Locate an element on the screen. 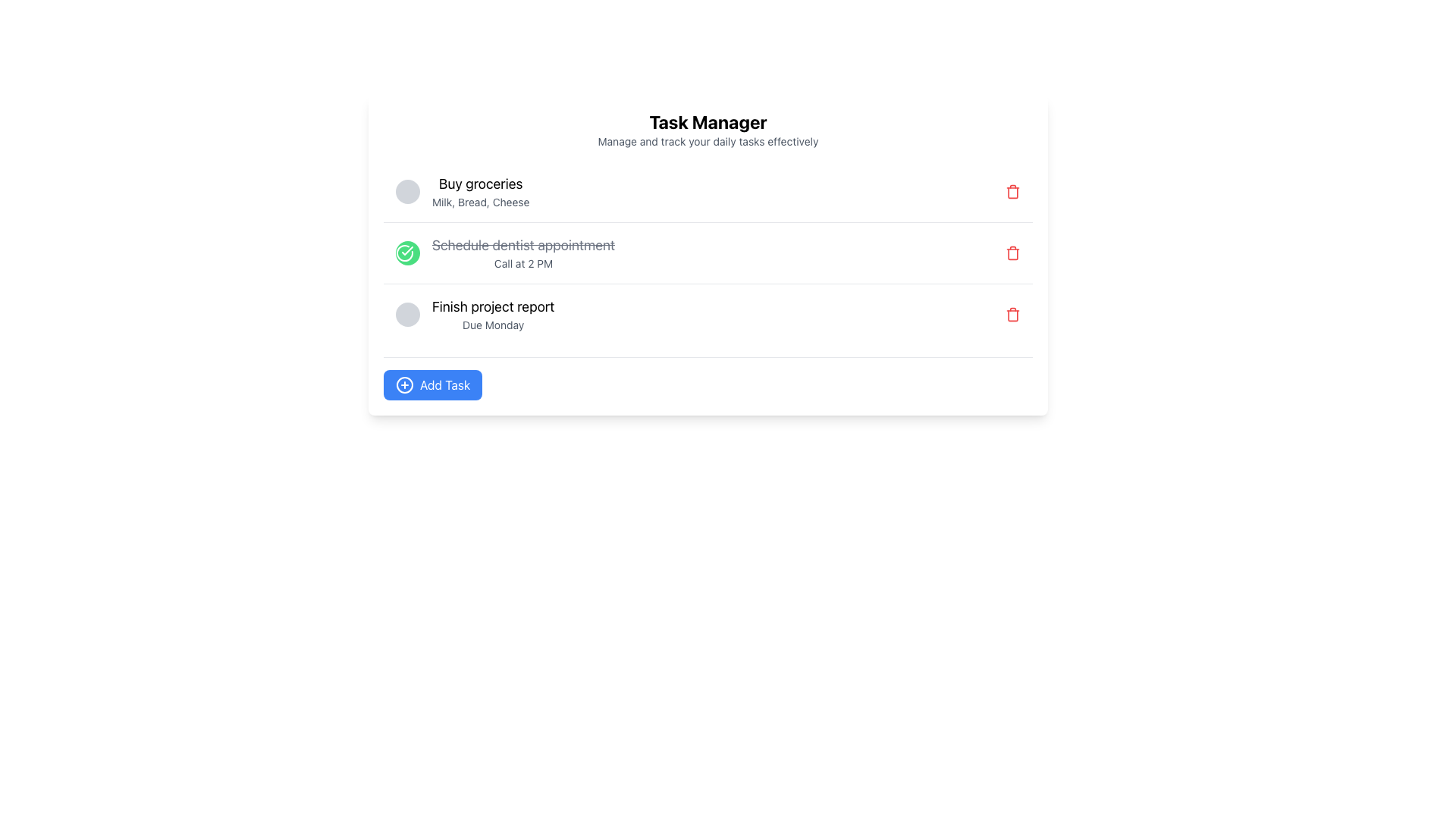  the subtext element that provides additional information related to the task 'Schedule dentist appointment', which is struck through and located in a vertical list within a task management interface is located at coordinates (523, 262).